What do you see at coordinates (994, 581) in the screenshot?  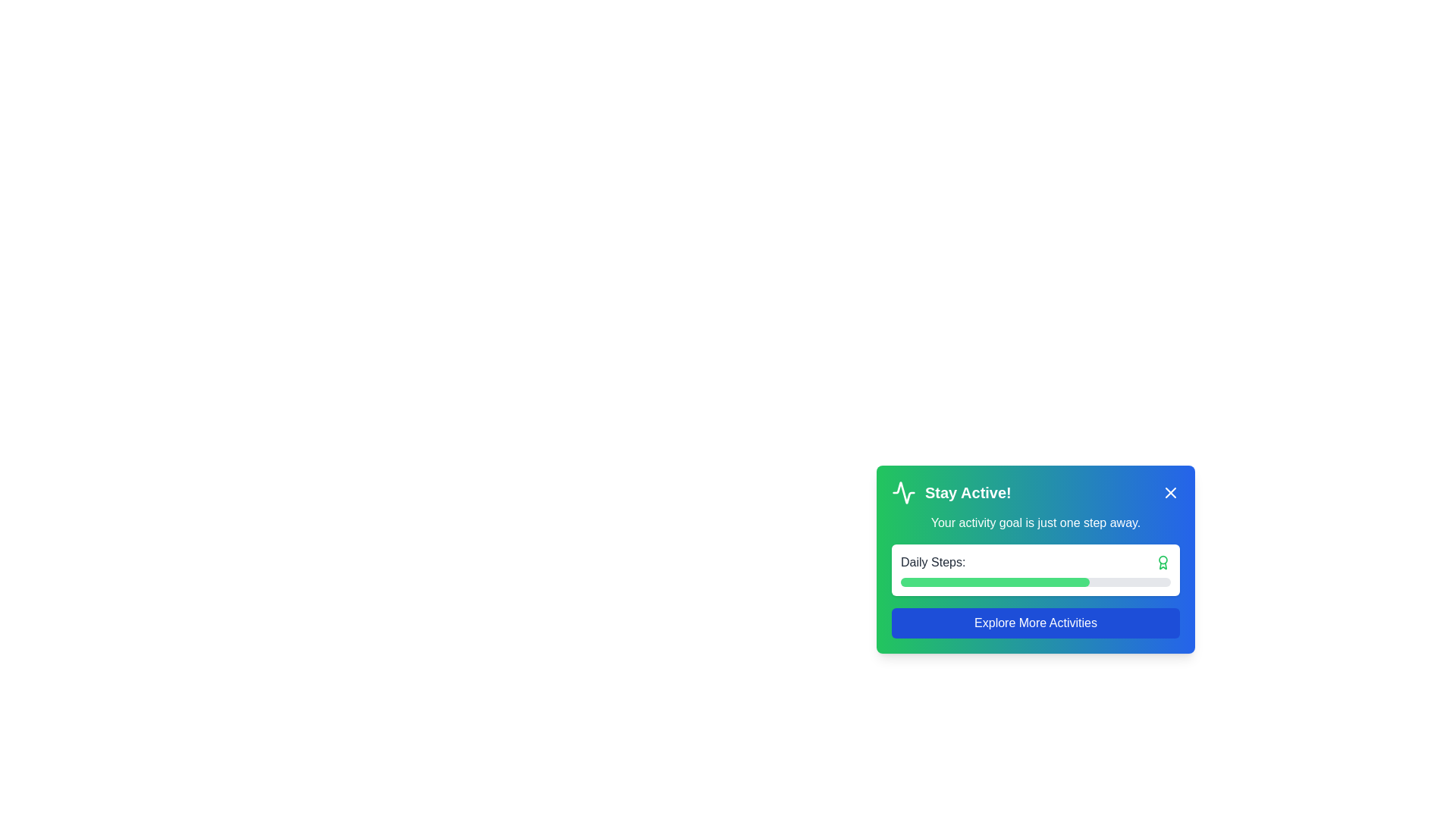 I see `the progress bar to inspect its state` at bounding box center [994, 581].